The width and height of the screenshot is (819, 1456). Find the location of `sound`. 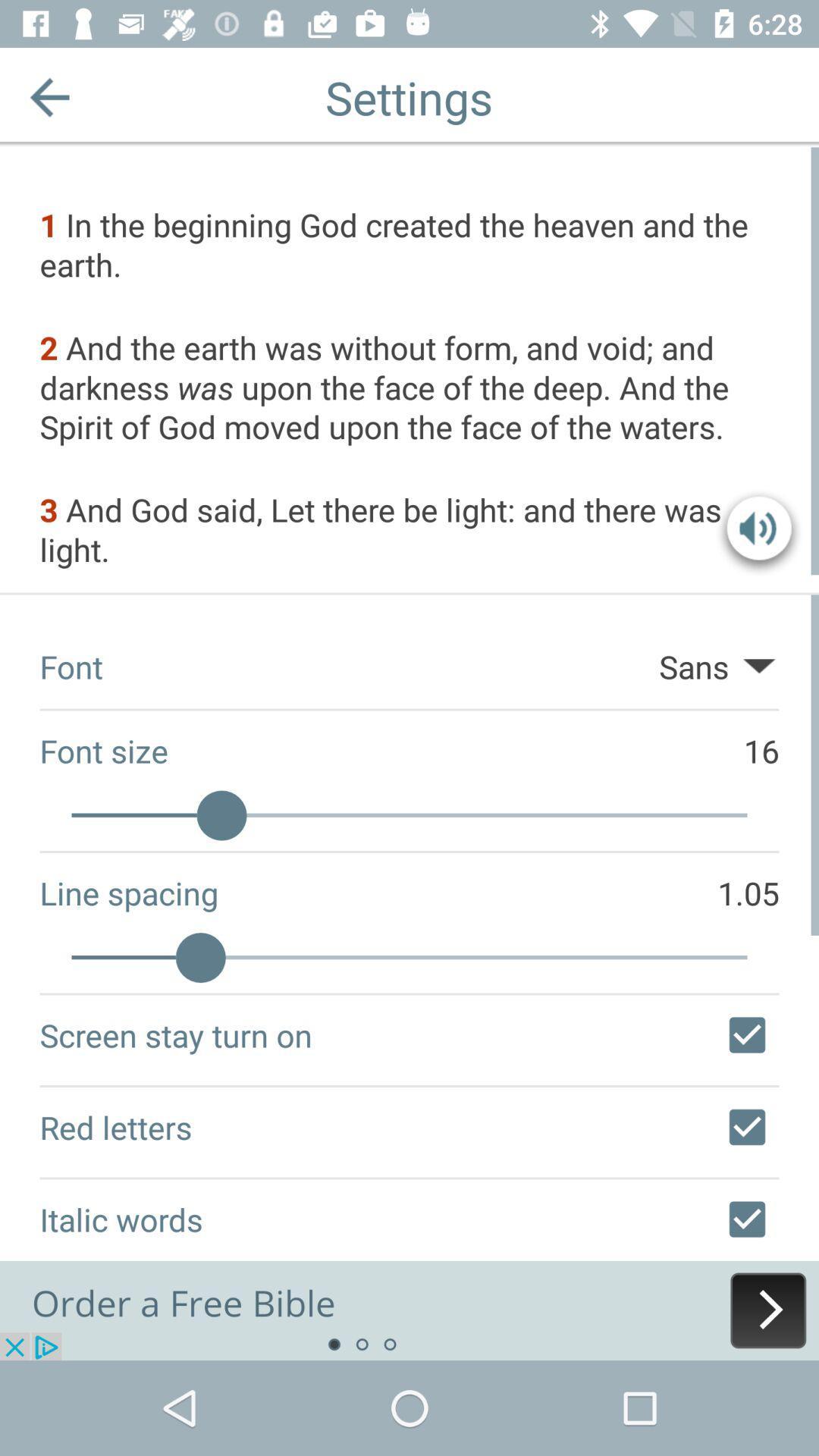

sound is located at coordinates (759, 532).